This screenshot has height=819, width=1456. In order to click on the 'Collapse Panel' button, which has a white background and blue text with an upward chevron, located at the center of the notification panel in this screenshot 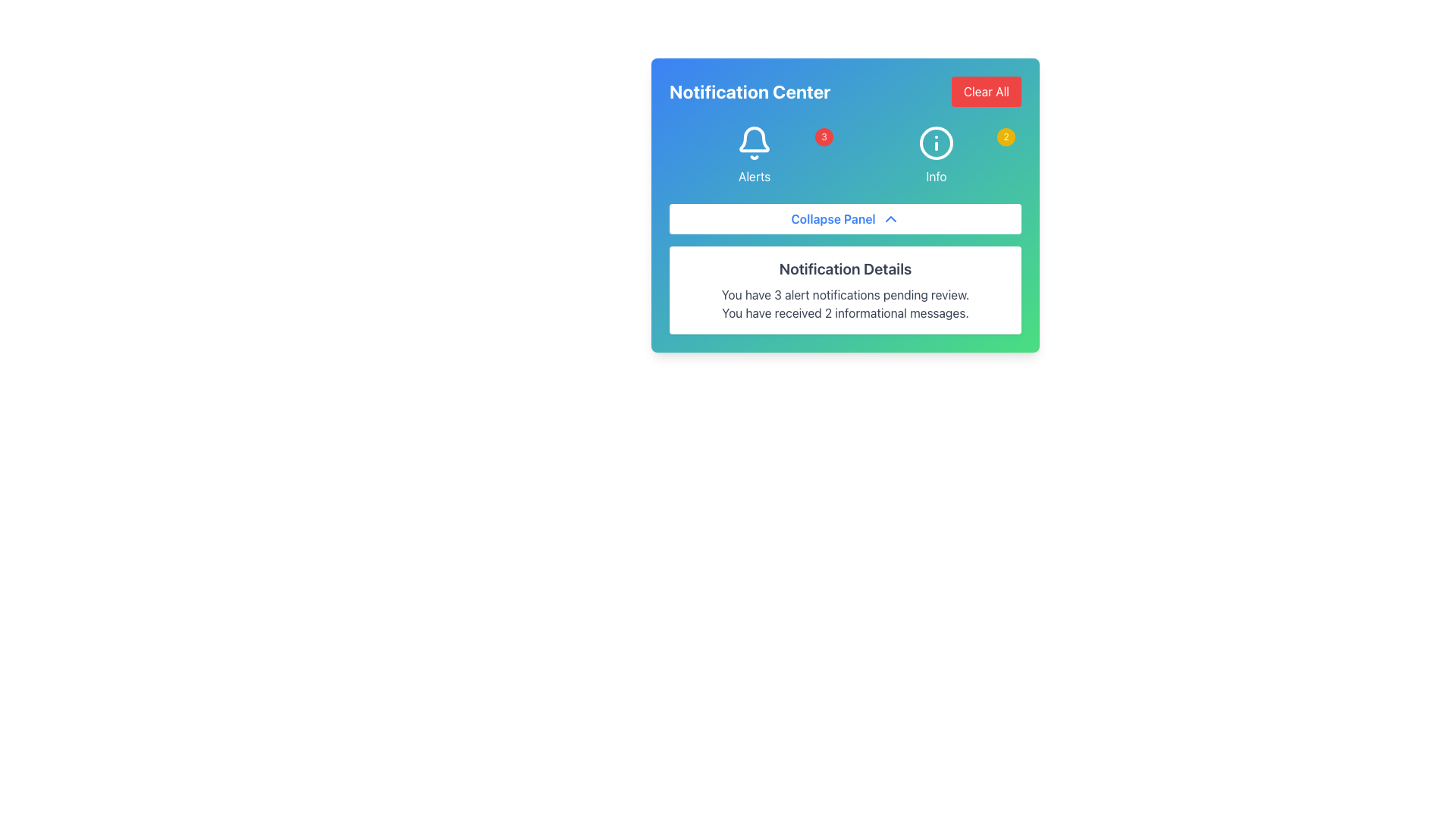, I will do `click(844, 205)`.